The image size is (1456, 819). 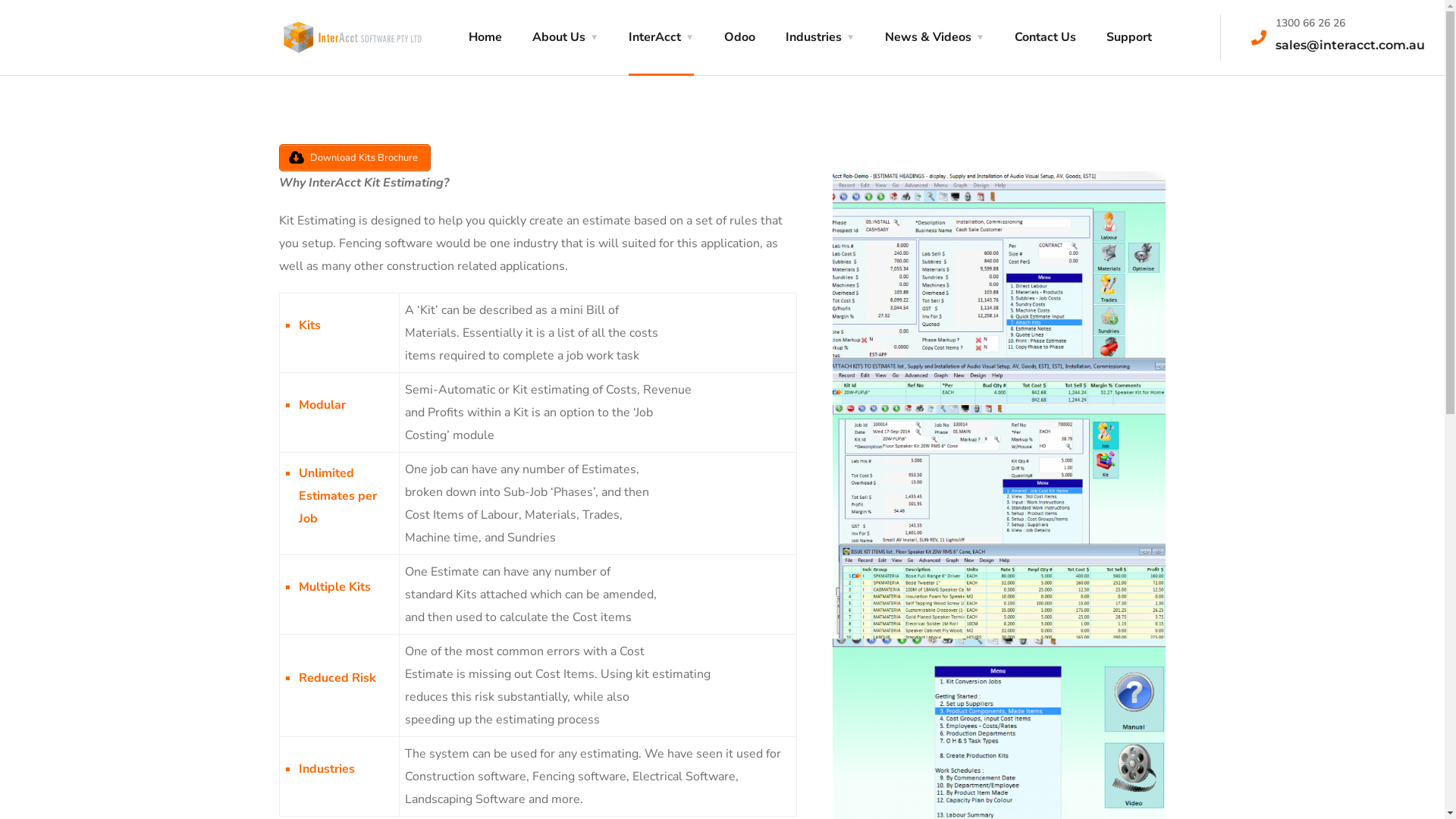 I want to click on 'Home', so click(x=484, y=36).